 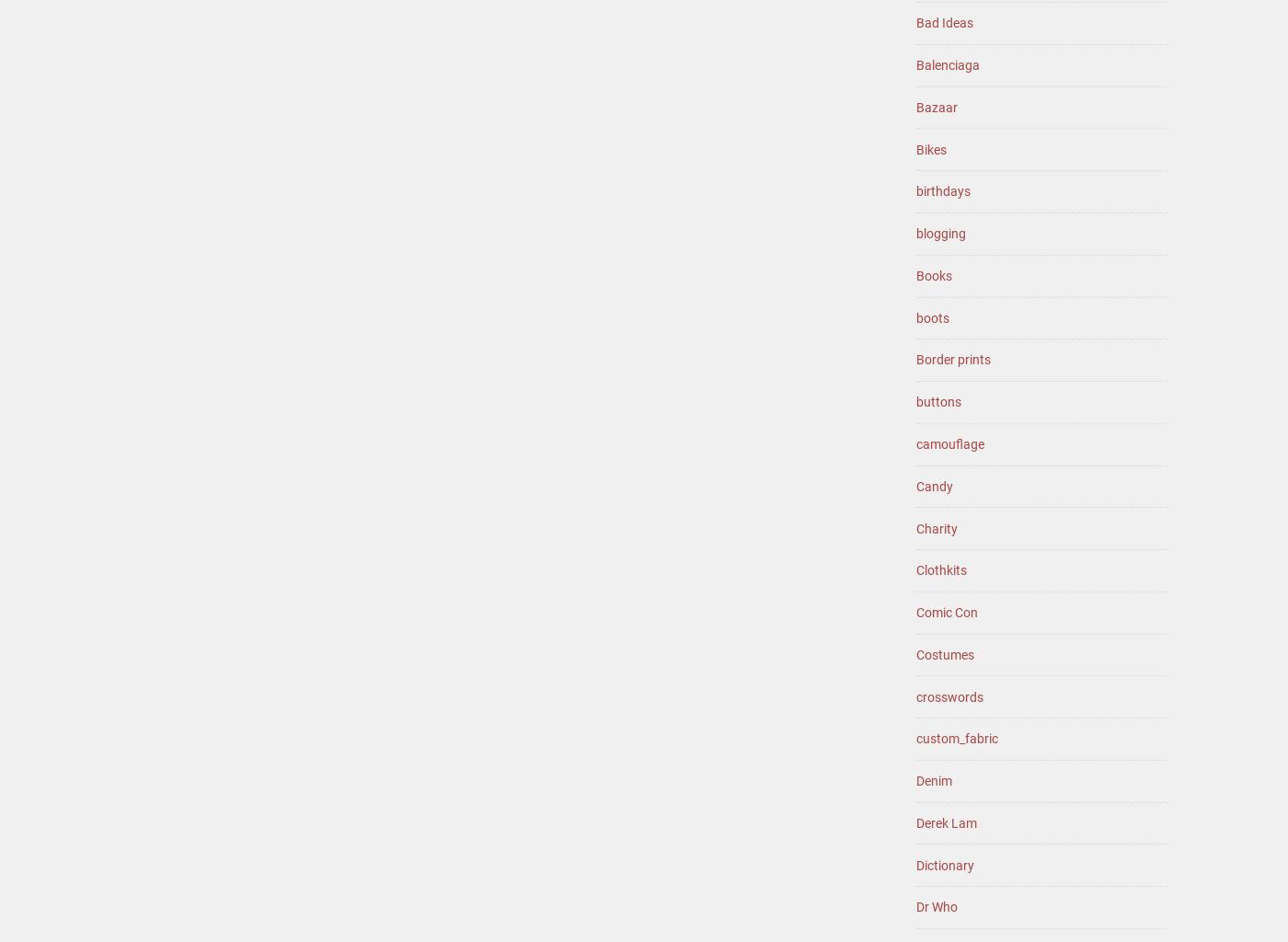 I want to click on 'Charity', so click(x=915, y=526).